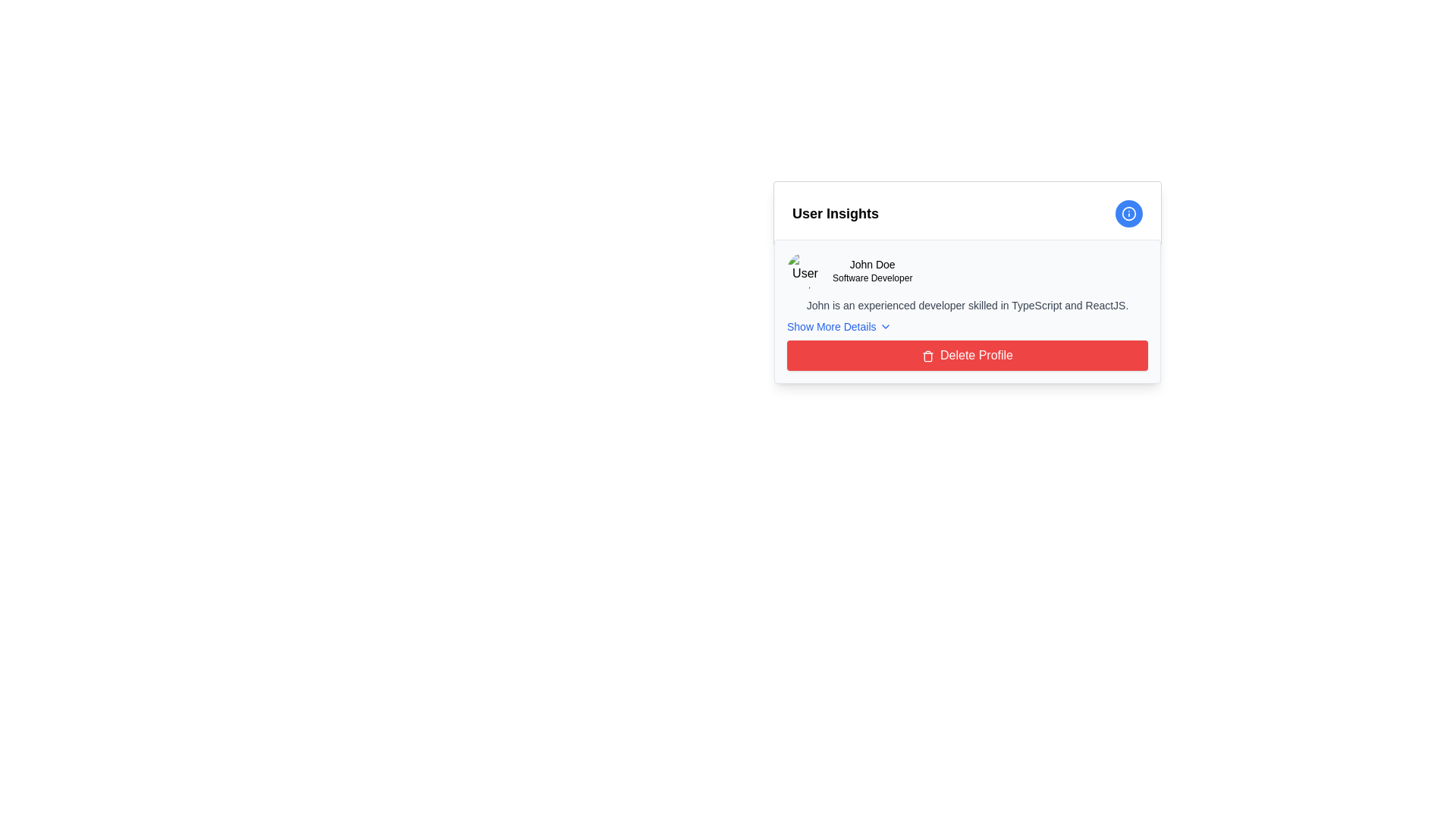 Image resolution: width=1456 pixels, height=819 pixels. What do you see at coordinates (927, 356) in the screenshot?
I see `the trash can icon within the 'Delete Profile' button, which features a red background and white text, indicating deletion functionality` at bounding box center [927, 356].